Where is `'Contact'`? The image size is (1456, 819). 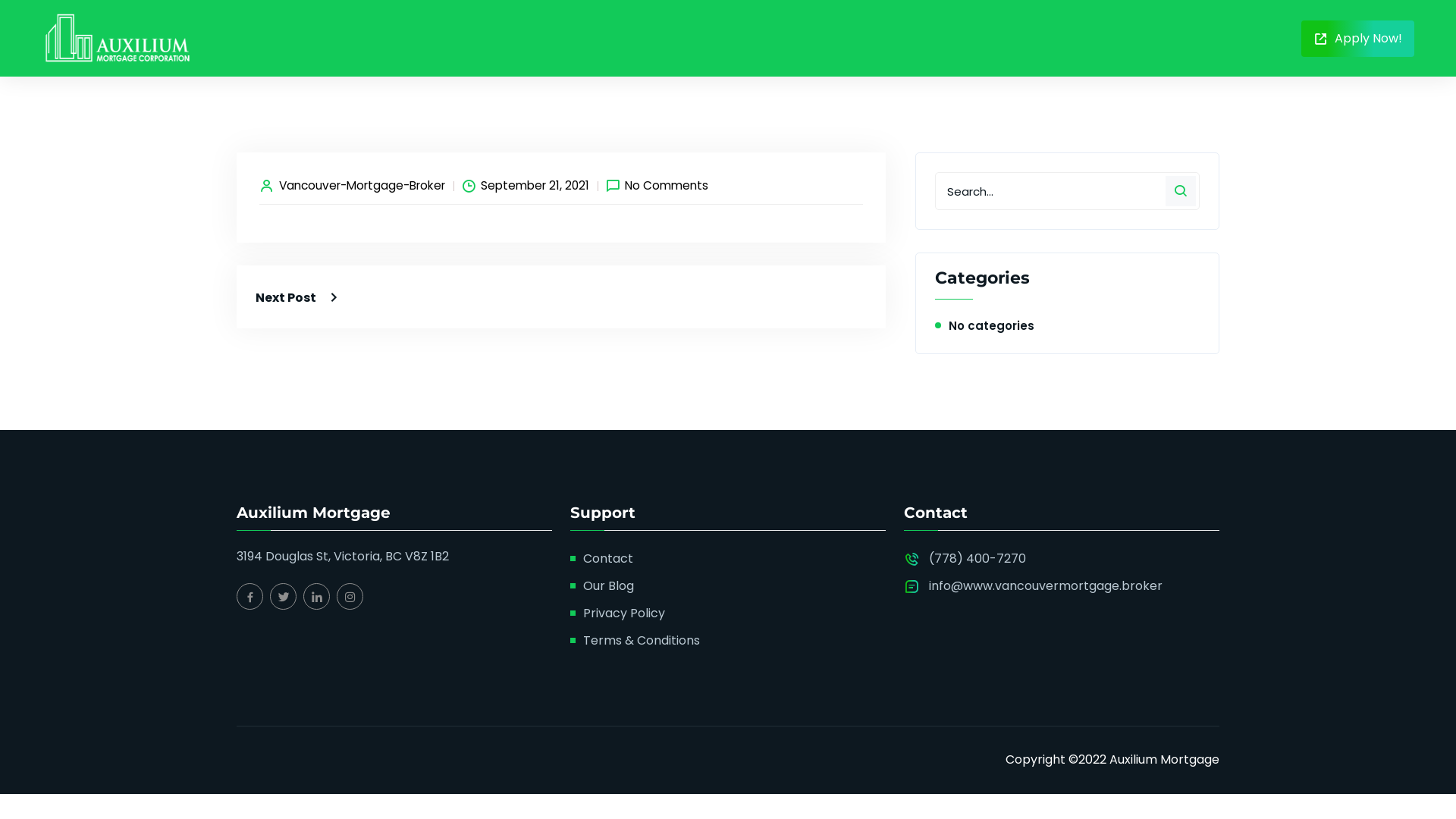 'Contact' is located at coordinates (607, 558).